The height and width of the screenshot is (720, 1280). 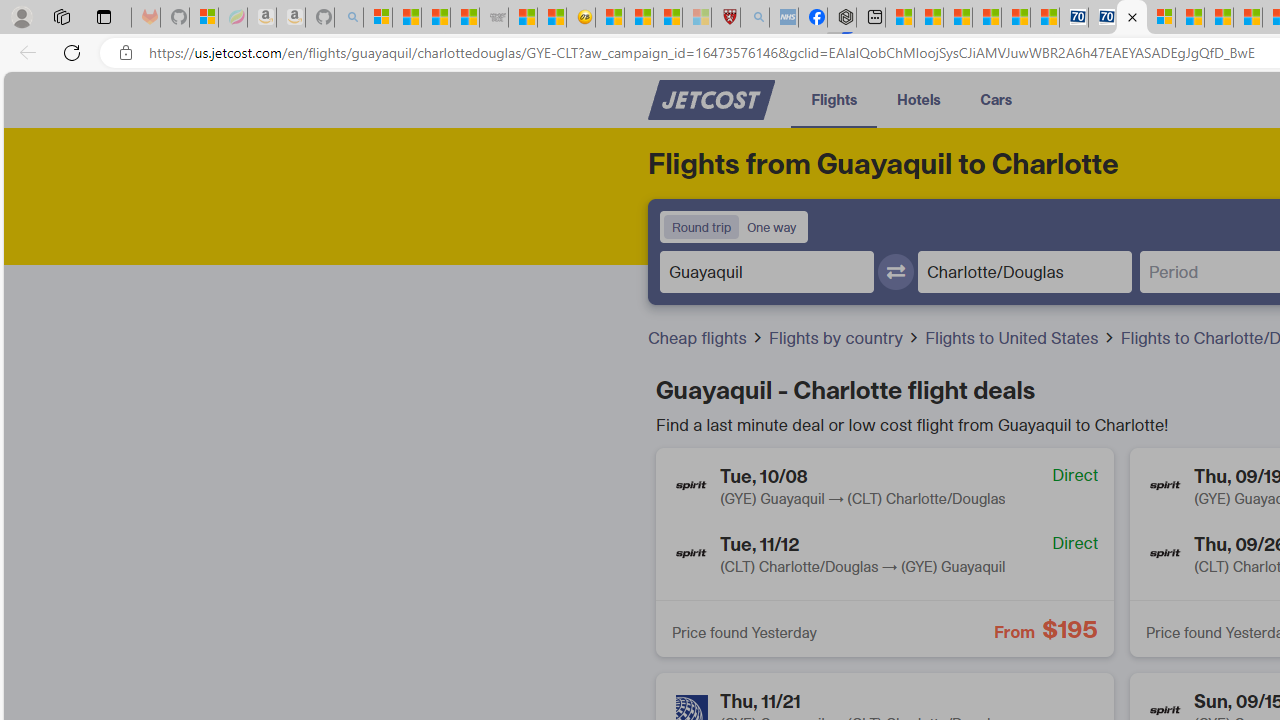 I want to click on 'Cheap flights', so click(x=706, y=337).